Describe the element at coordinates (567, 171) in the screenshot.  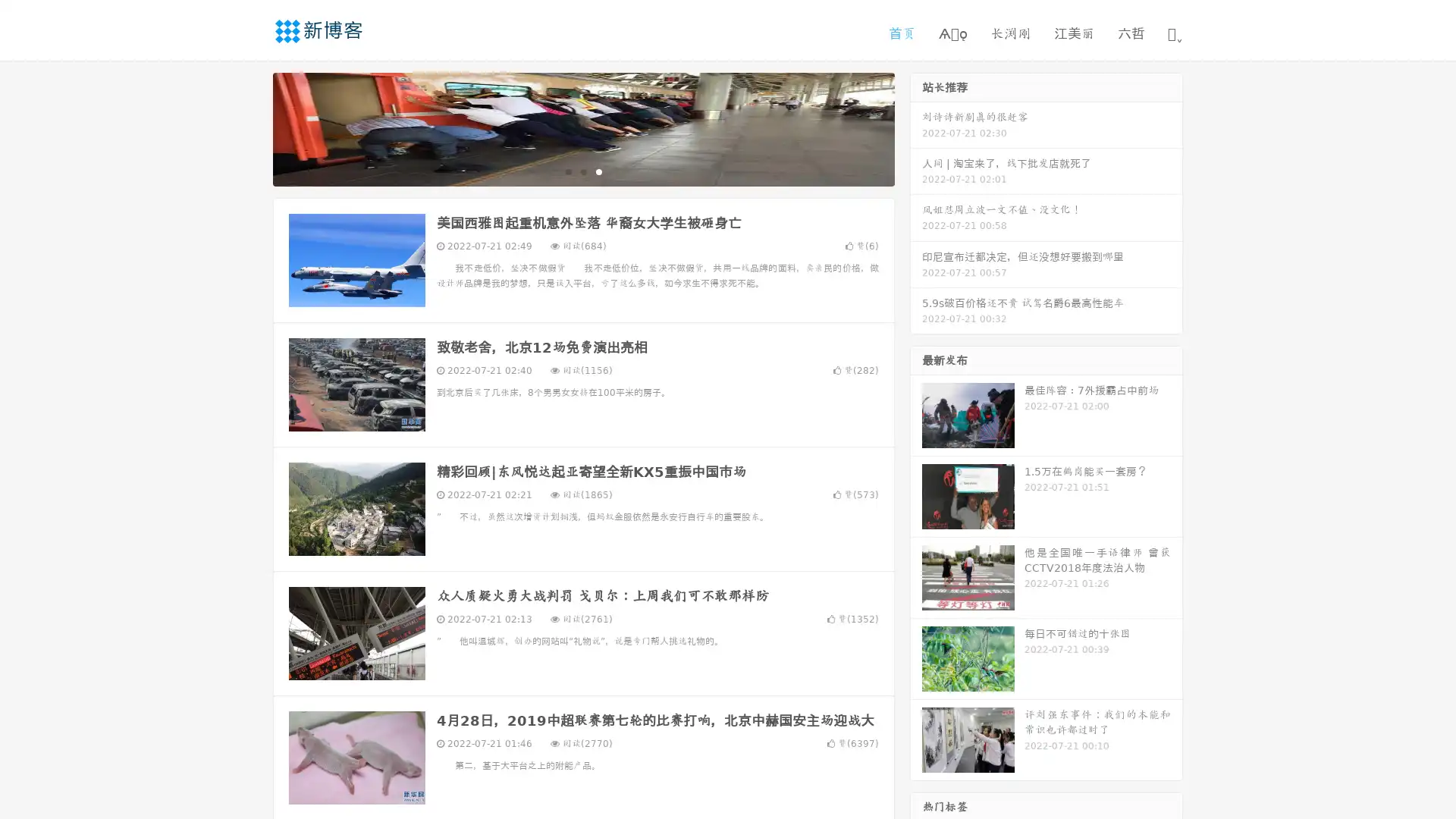
I see `Go to slide 1` at that location.